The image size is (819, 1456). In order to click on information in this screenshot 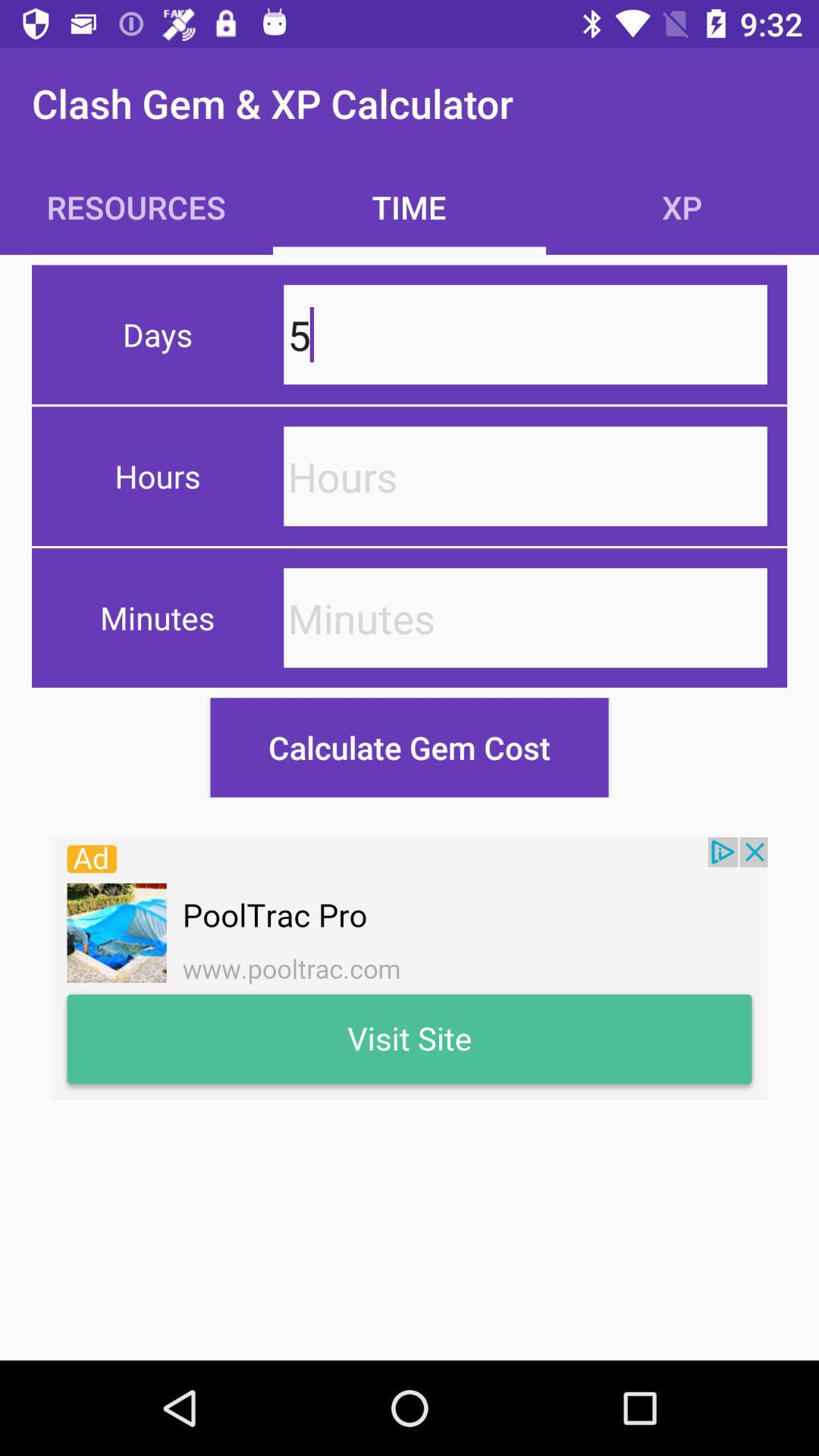, I will do `click(525, 617)`.